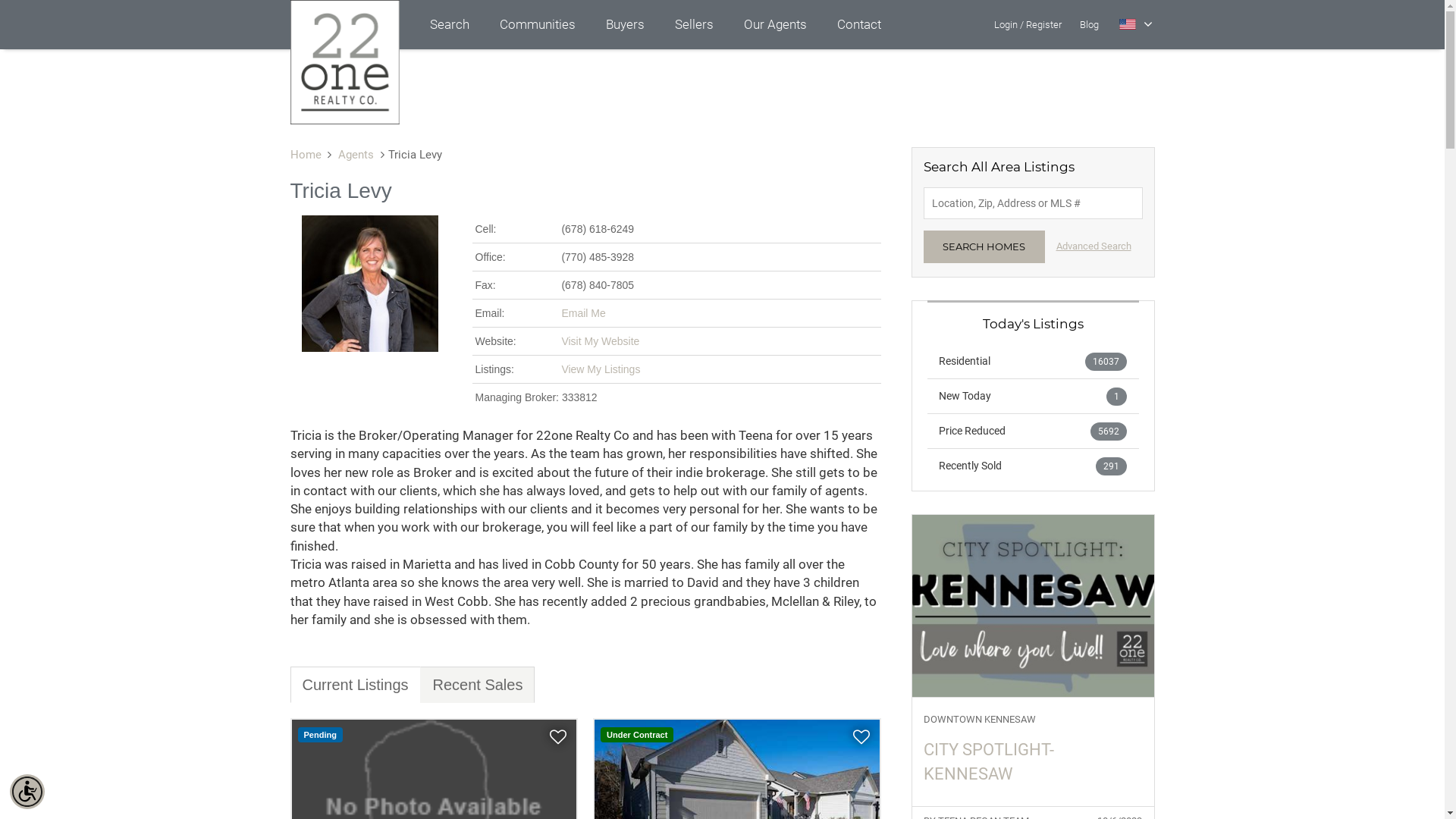  What do you see at coordinates (858, 24) in the screenshot?
I see `'Contact'` at bounding box center [858, 24].